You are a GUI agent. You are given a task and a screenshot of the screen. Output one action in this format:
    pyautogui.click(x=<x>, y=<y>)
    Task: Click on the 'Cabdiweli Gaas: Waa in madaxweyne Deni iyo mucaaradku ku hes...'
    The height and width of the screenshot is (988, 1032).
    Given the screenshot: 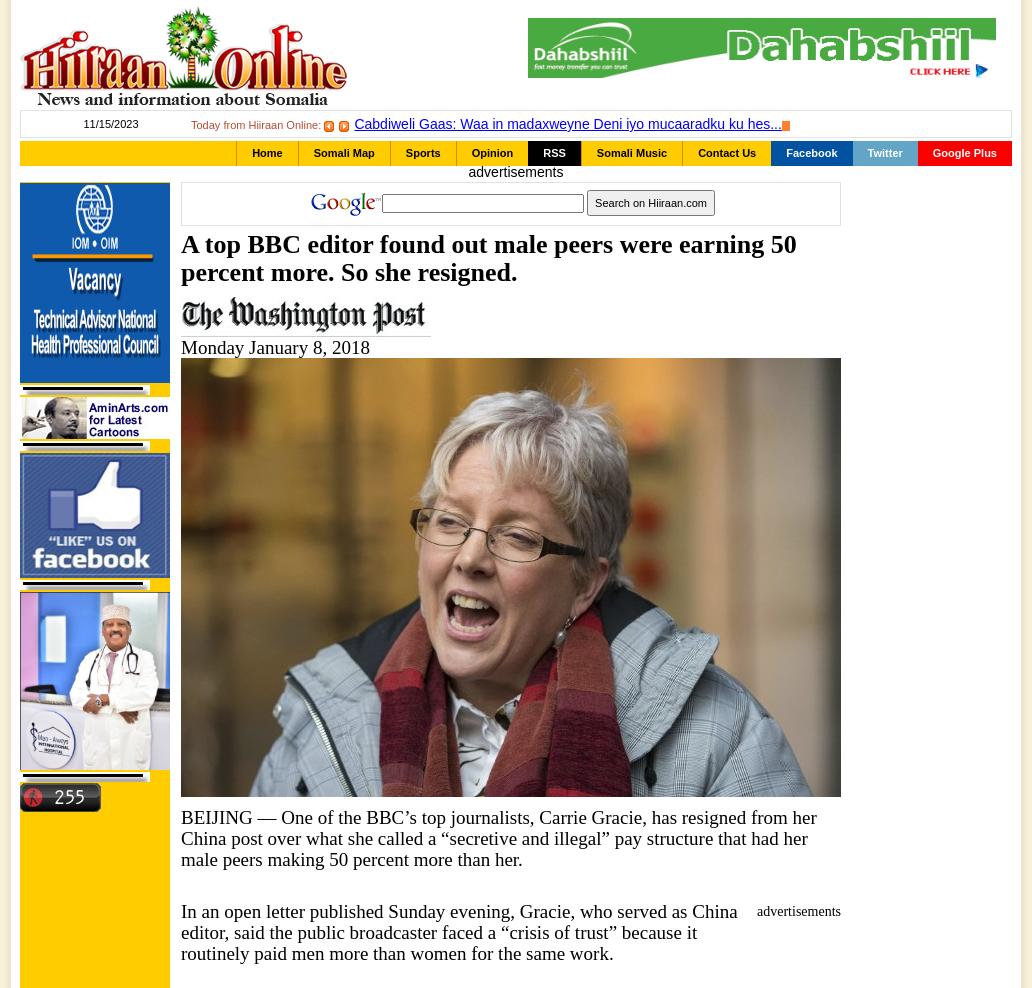 What is the action you would take?
    pyautogui.click(x=567, y=123)
    